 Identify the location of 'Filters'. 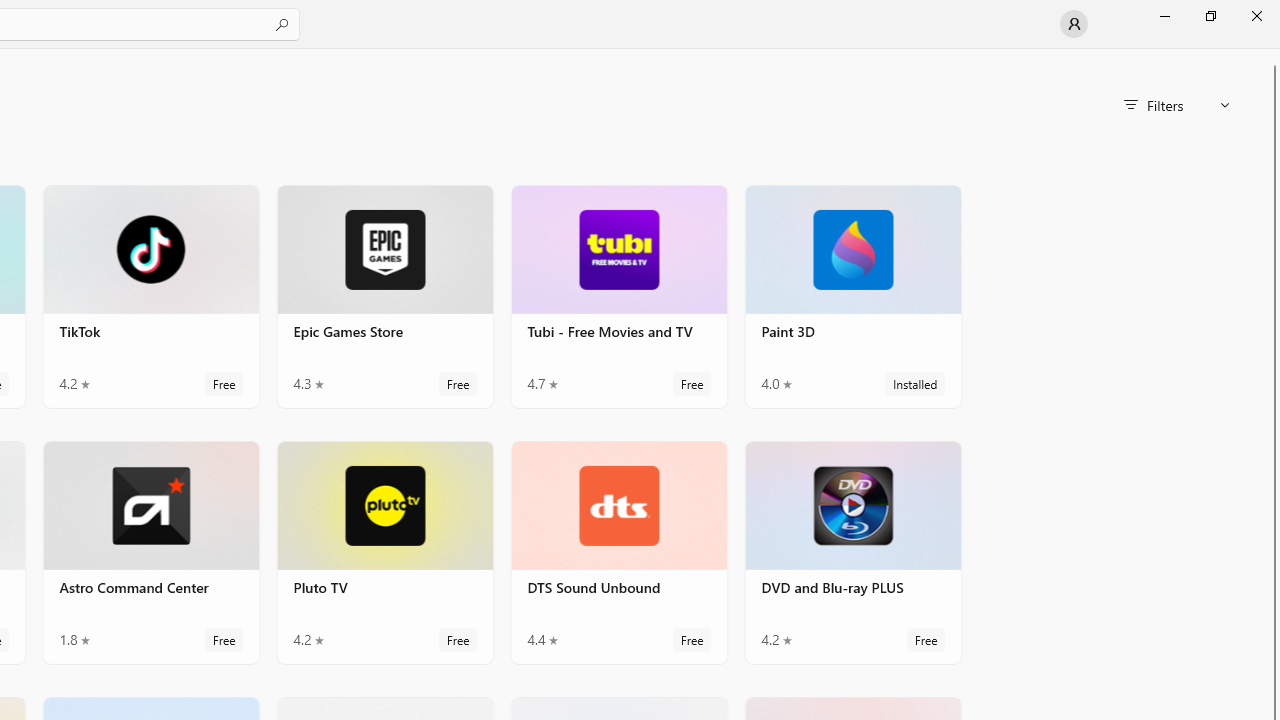
(1176, 105).